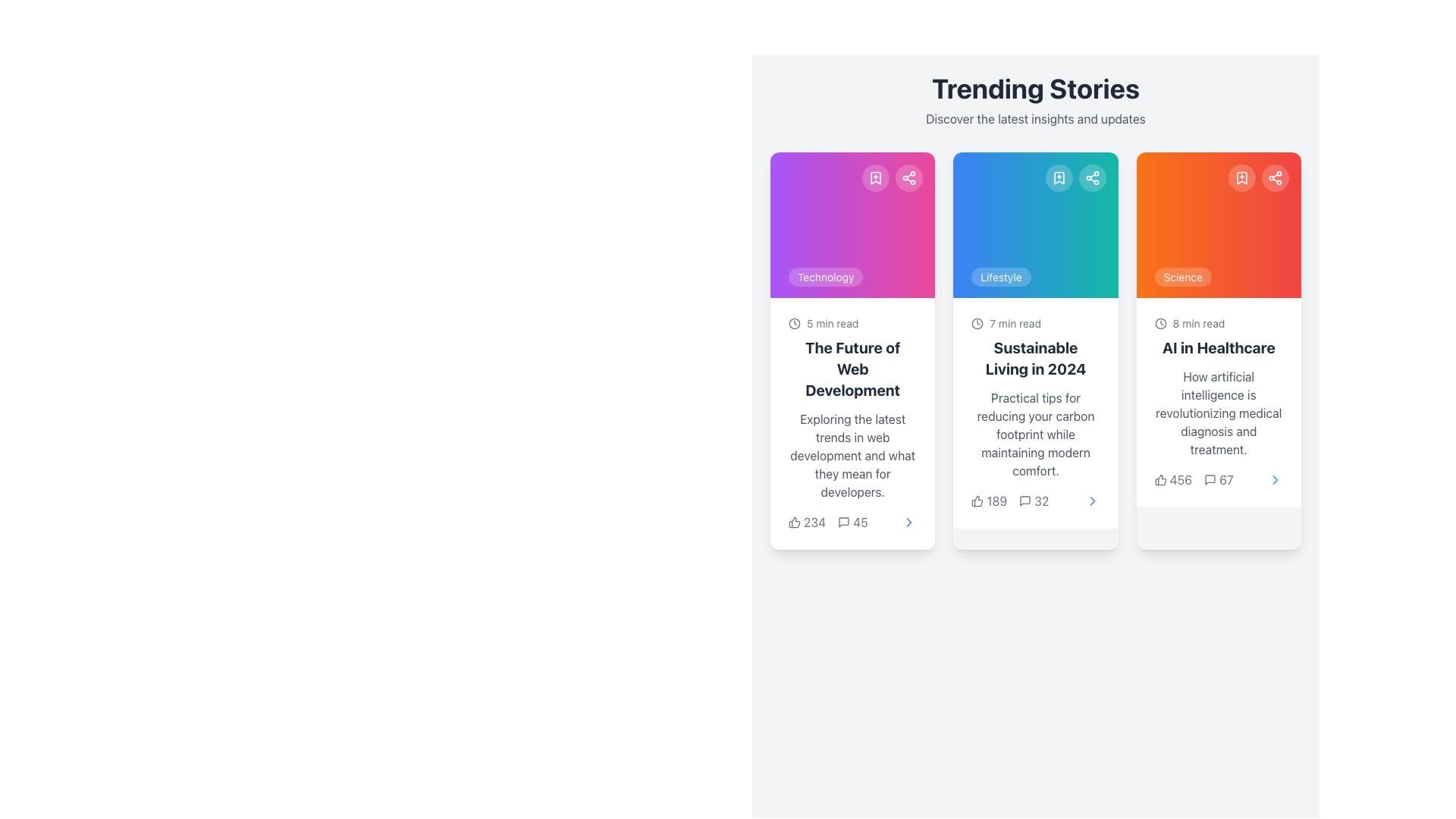 The image size is (1456, 819). I want to click on the bookmark icon button located at the top-right corner of the first card in the 'Trending Stories' section to bookmark the story, so click(876, 177).